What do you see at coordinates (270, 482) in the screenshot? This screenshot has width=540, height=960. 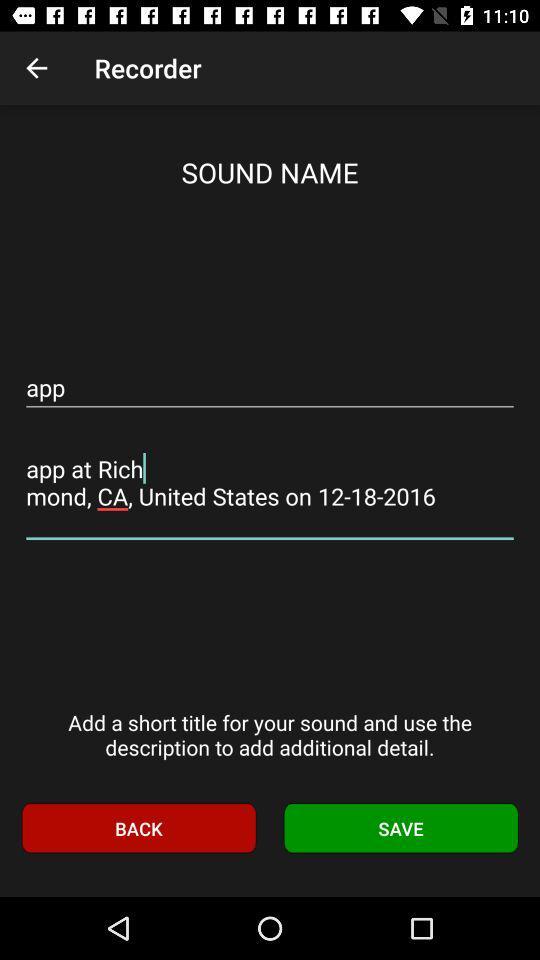 I see `the item above add a short item` at bounding box center [270, 482].